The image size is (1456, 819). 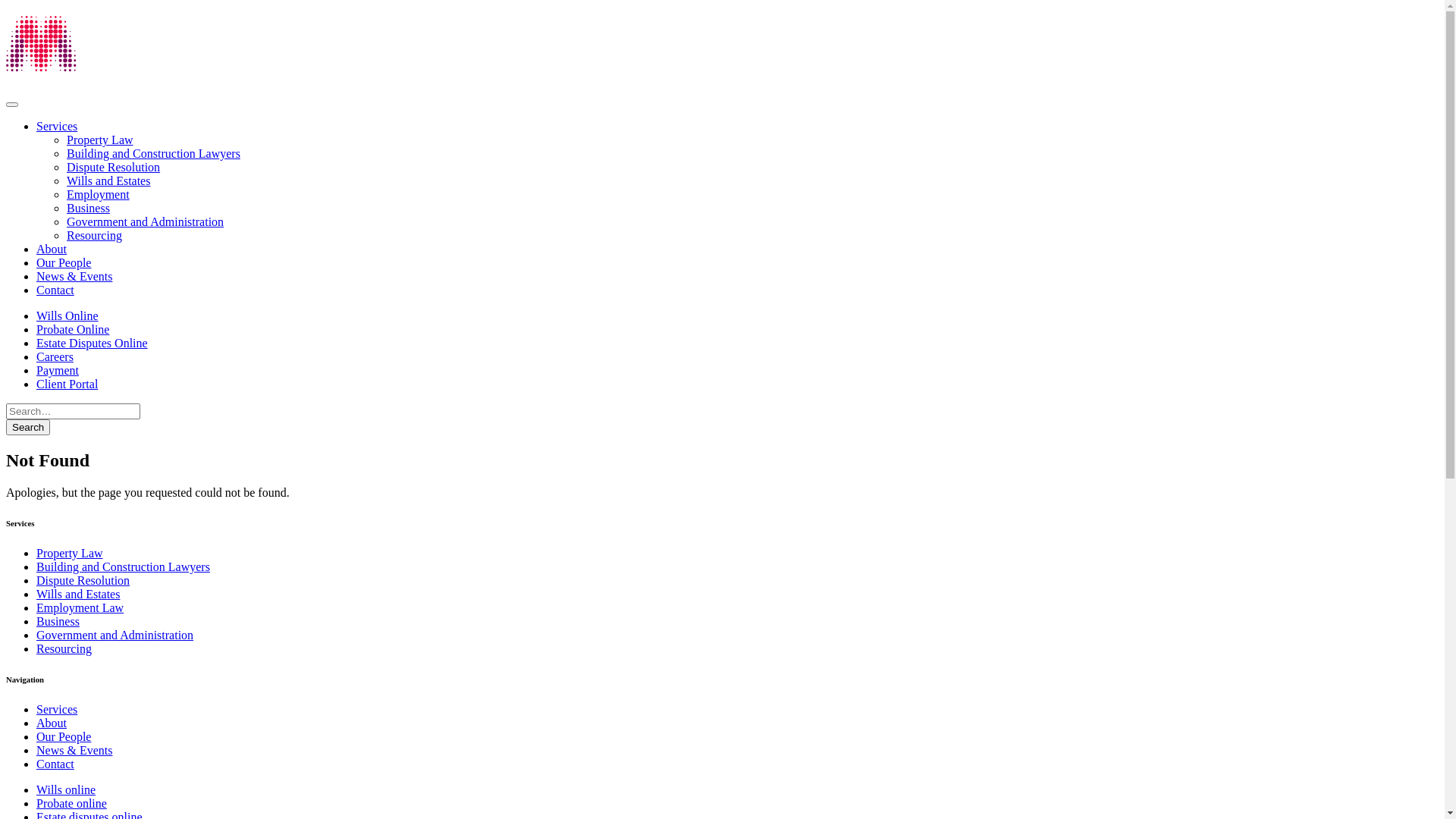 I want to click on 'Employment', so click(x=97, y=193).